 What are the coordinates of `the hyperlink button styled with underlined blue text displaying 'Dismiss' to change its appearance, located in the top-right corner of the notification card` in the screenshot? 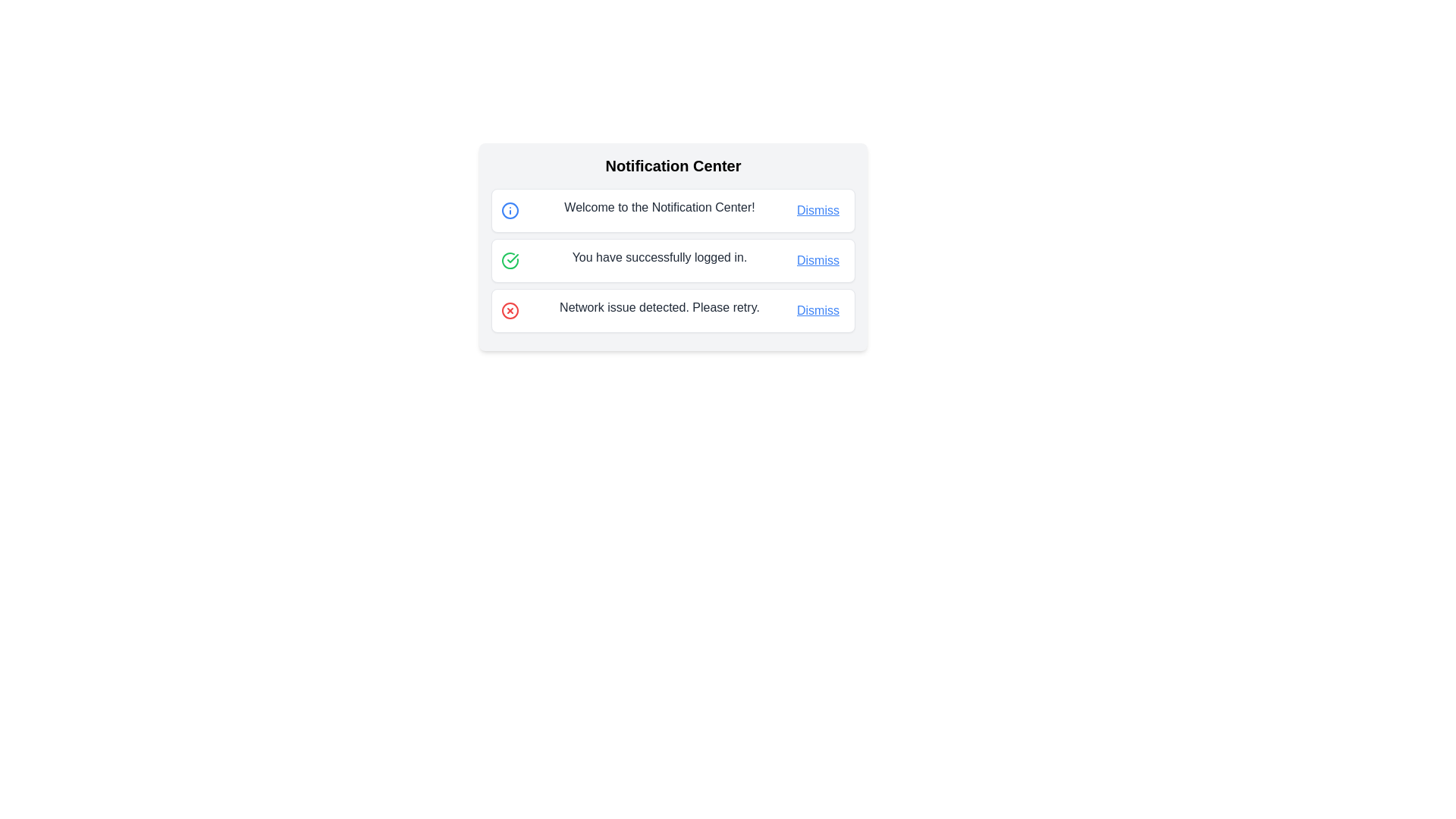 It's located at (817, 210).